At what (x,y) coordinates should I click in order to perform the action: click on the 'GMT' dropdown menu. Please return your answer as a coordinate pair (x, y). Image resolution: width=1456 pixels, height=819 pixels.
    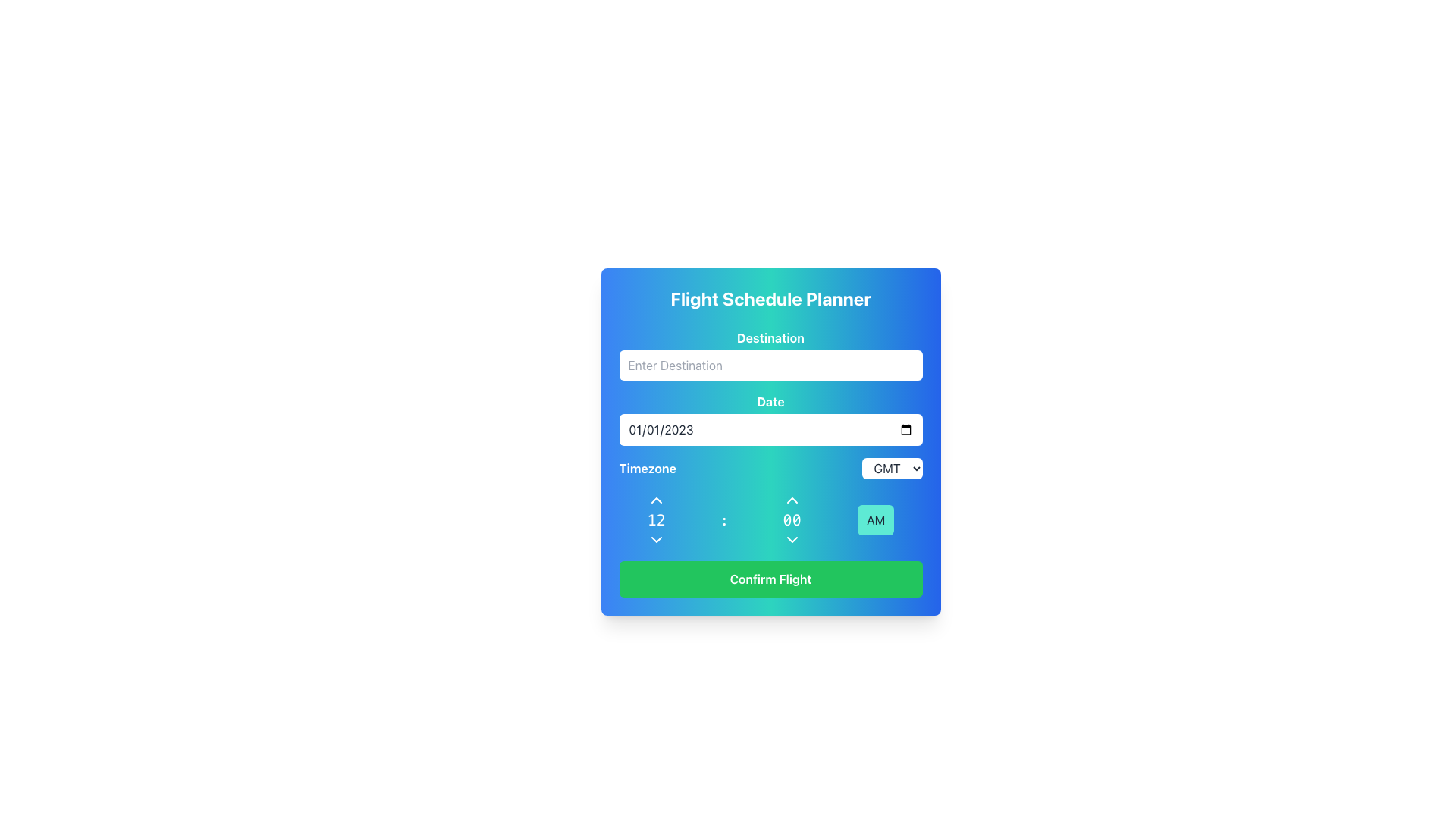
    Looking at the image, I should click on (892, 467).